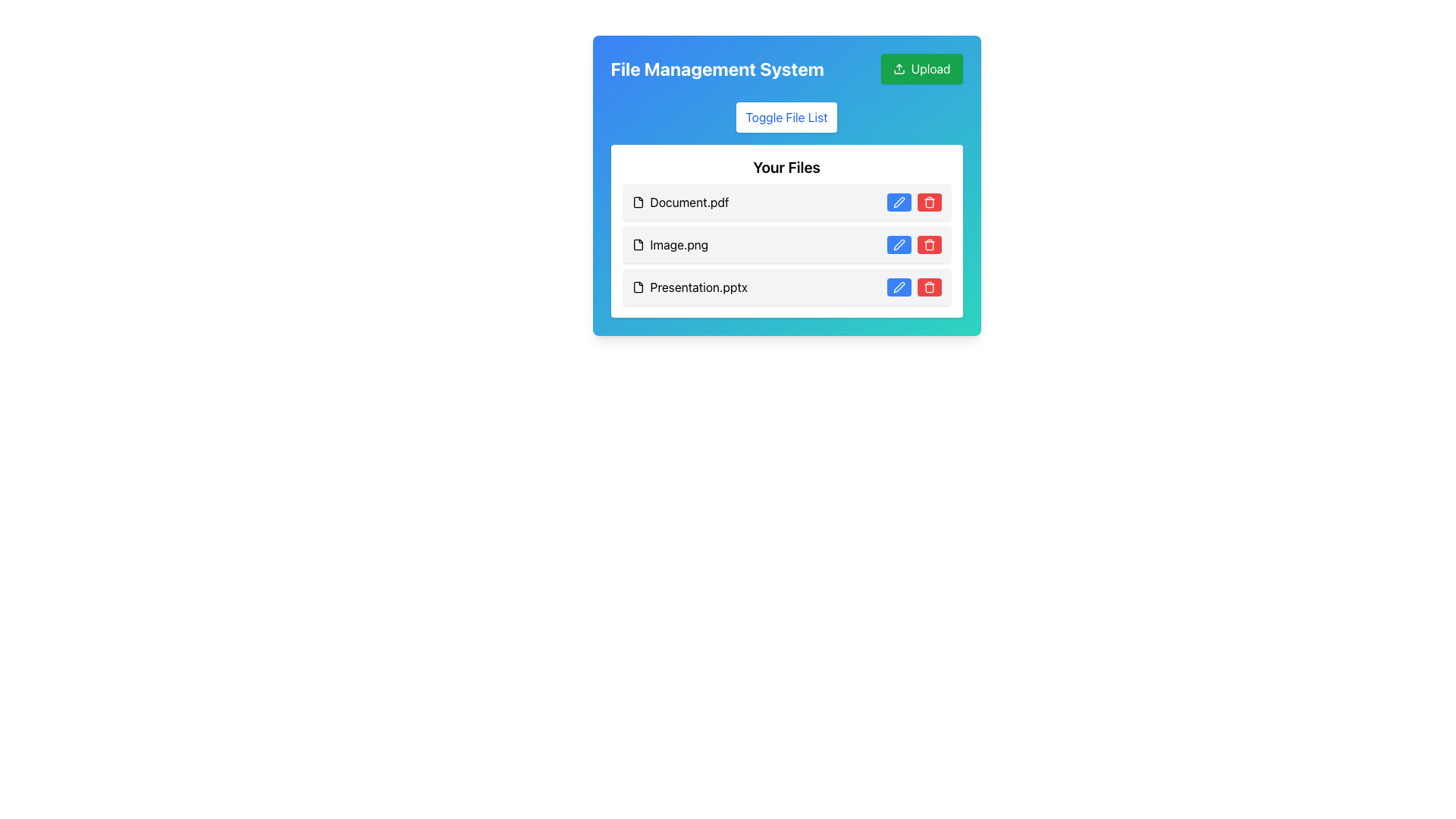 The image size is (1456, 819). Describe the element at coordinates (679, 201) in the screenshot. I see `the file row containing the text label 'Document.pdf' in the file management system interface` at that location.